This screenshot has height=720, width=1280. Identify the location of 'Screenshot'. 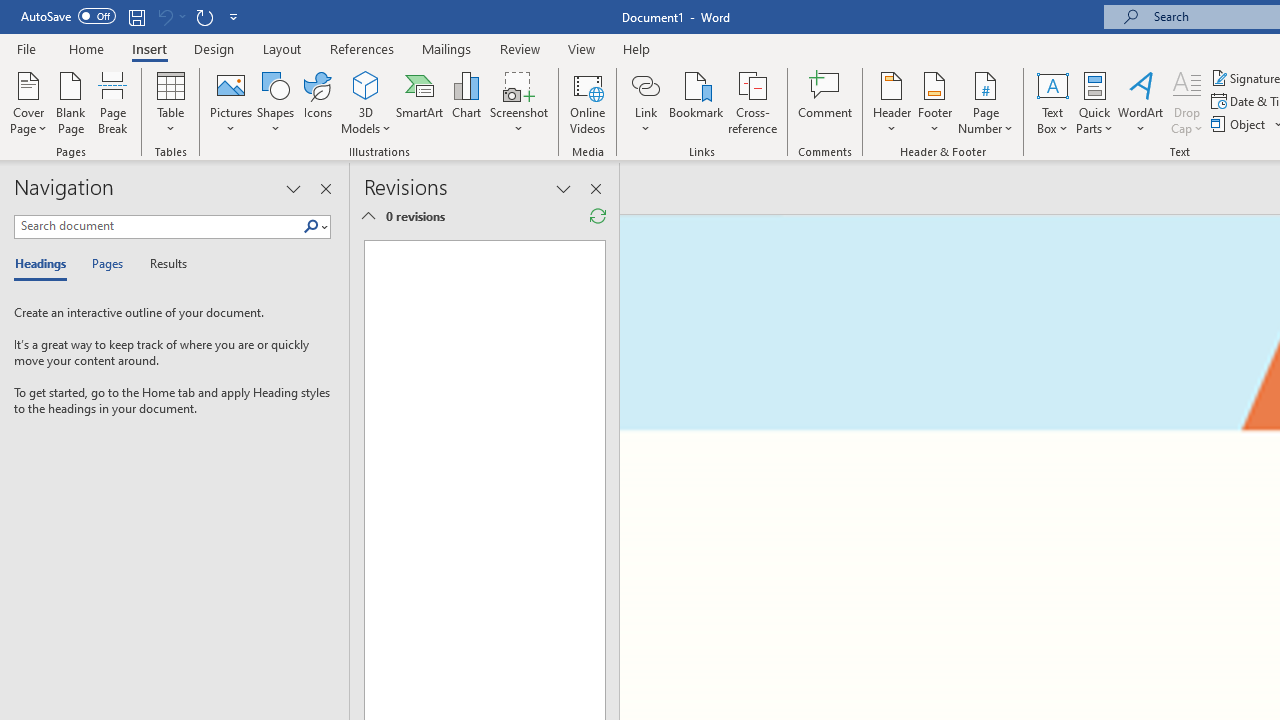
(519, 103).